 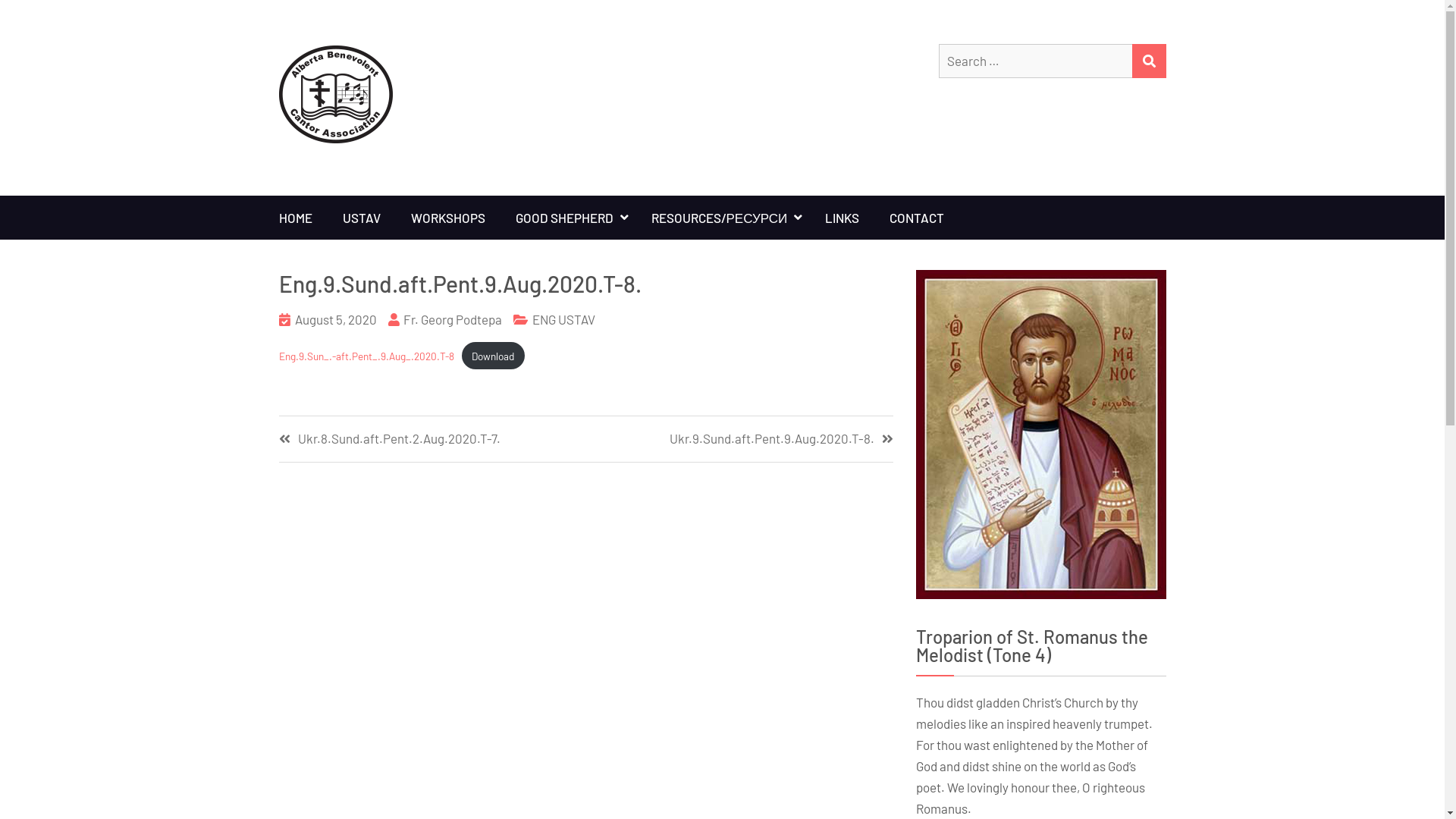 What do you see at coordinates (841, 217) in the screenshot?
I see `'LINKS'` at bounding box center [841, 217].